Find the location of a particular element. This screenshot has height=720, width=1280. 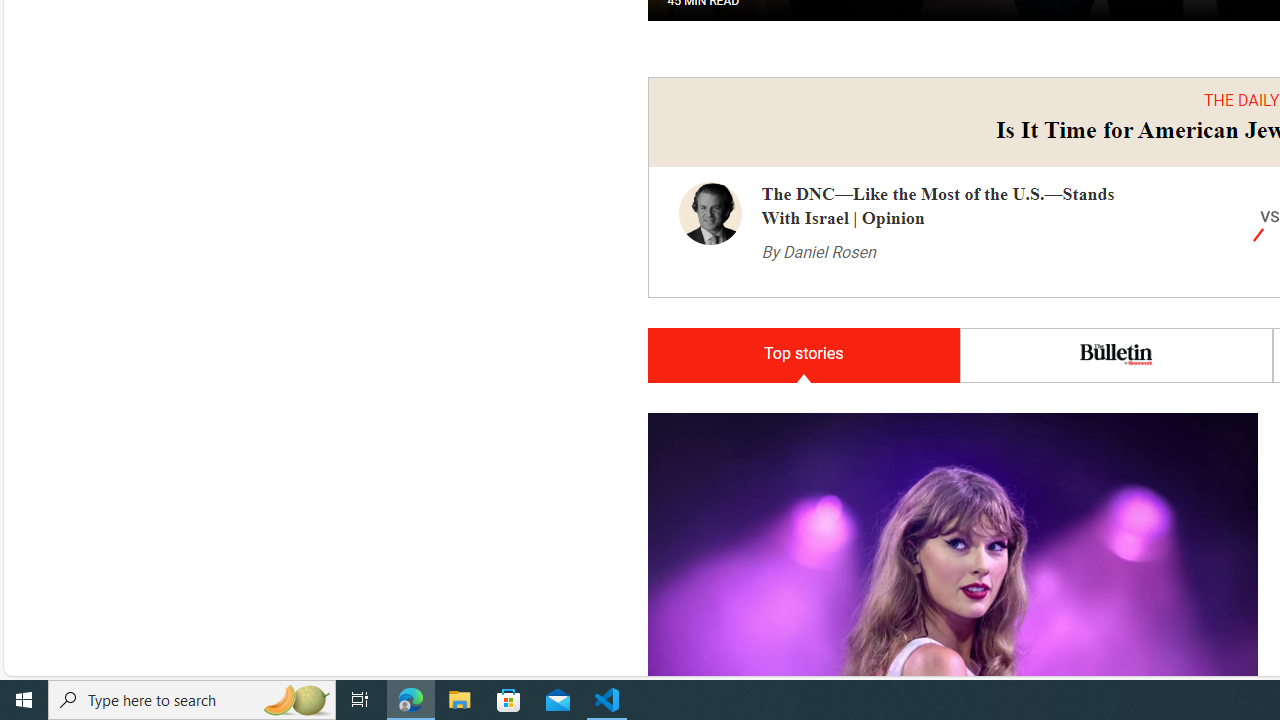

'By Daniel Rosen' is located at coordinates (818, 251).